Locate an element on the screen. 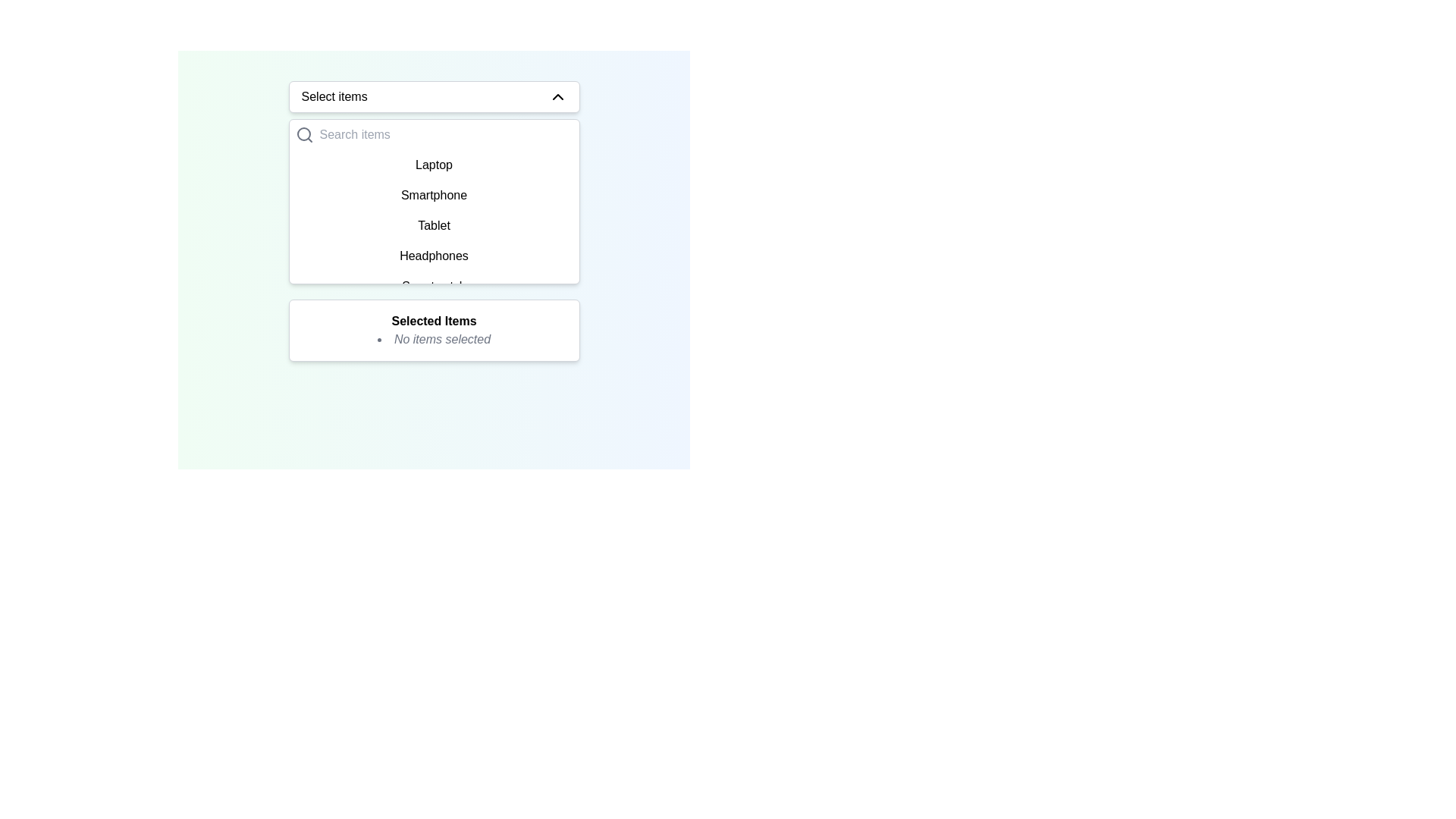  the circular part of the search icon, which visually represents the loop of the magnifying glass, located in the top-left corner of the dropdown area adjacent to the 'Search items' input field is located at coordinates (303, 133).